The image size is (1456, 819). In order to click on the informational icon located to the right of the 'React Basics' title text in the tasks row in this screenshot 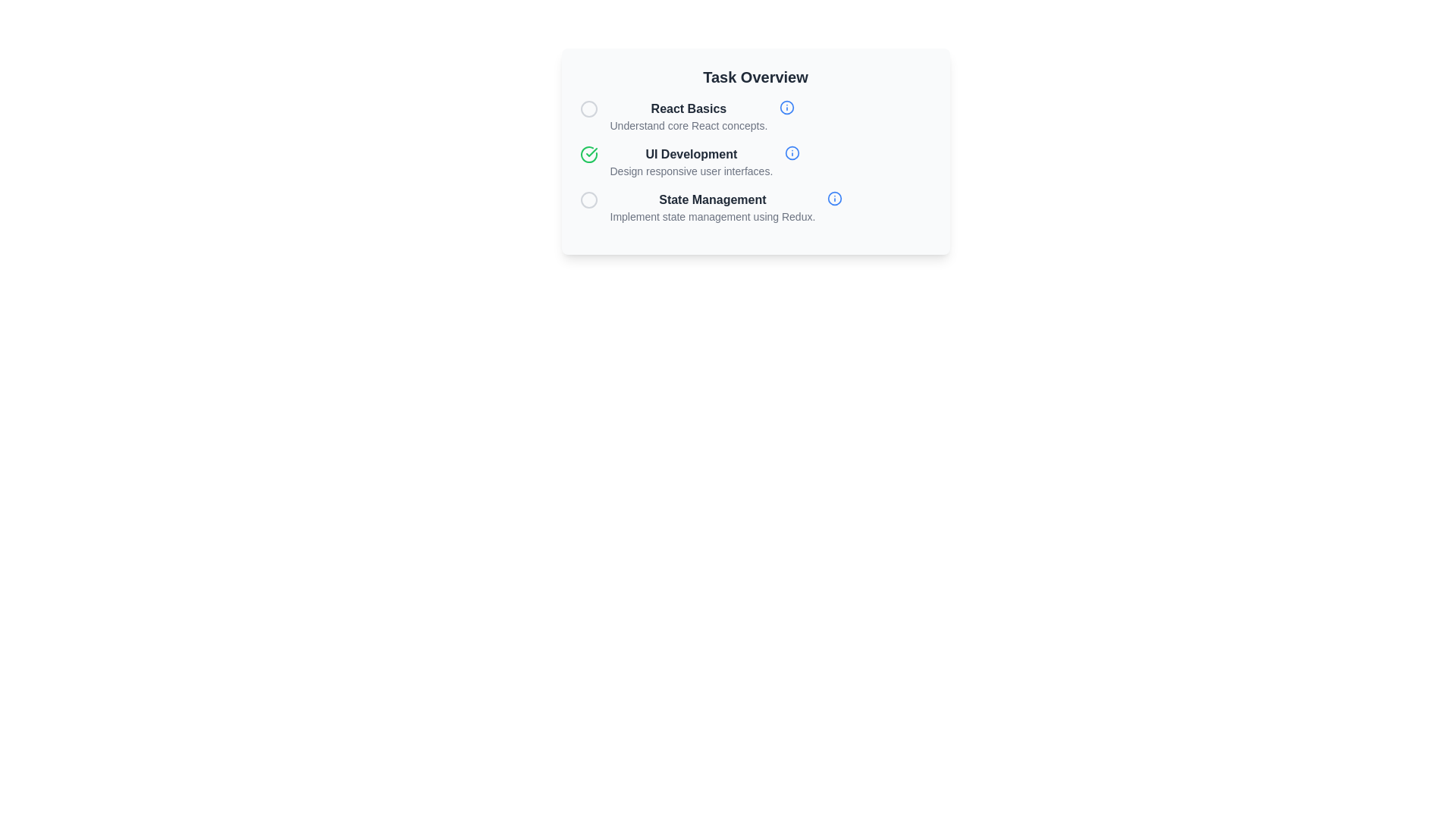, I will do `click(787, 107)`.